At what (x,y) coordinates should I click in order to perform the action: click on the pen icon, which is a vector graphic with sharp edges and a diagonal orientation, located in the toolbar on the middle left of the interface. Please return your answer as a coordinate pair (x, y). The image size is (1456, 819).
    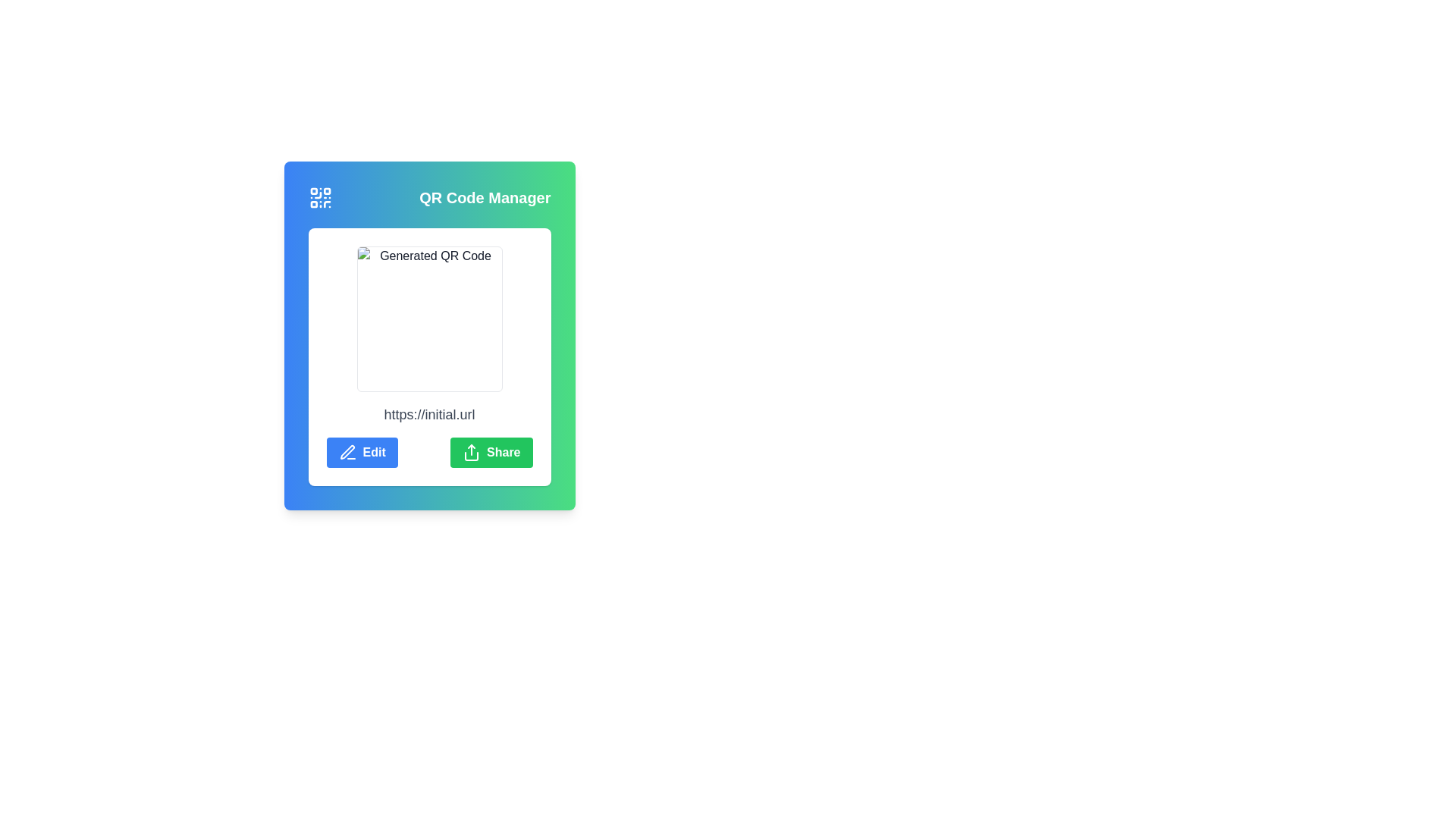
    Looking at the image, I should click on (346, 451).